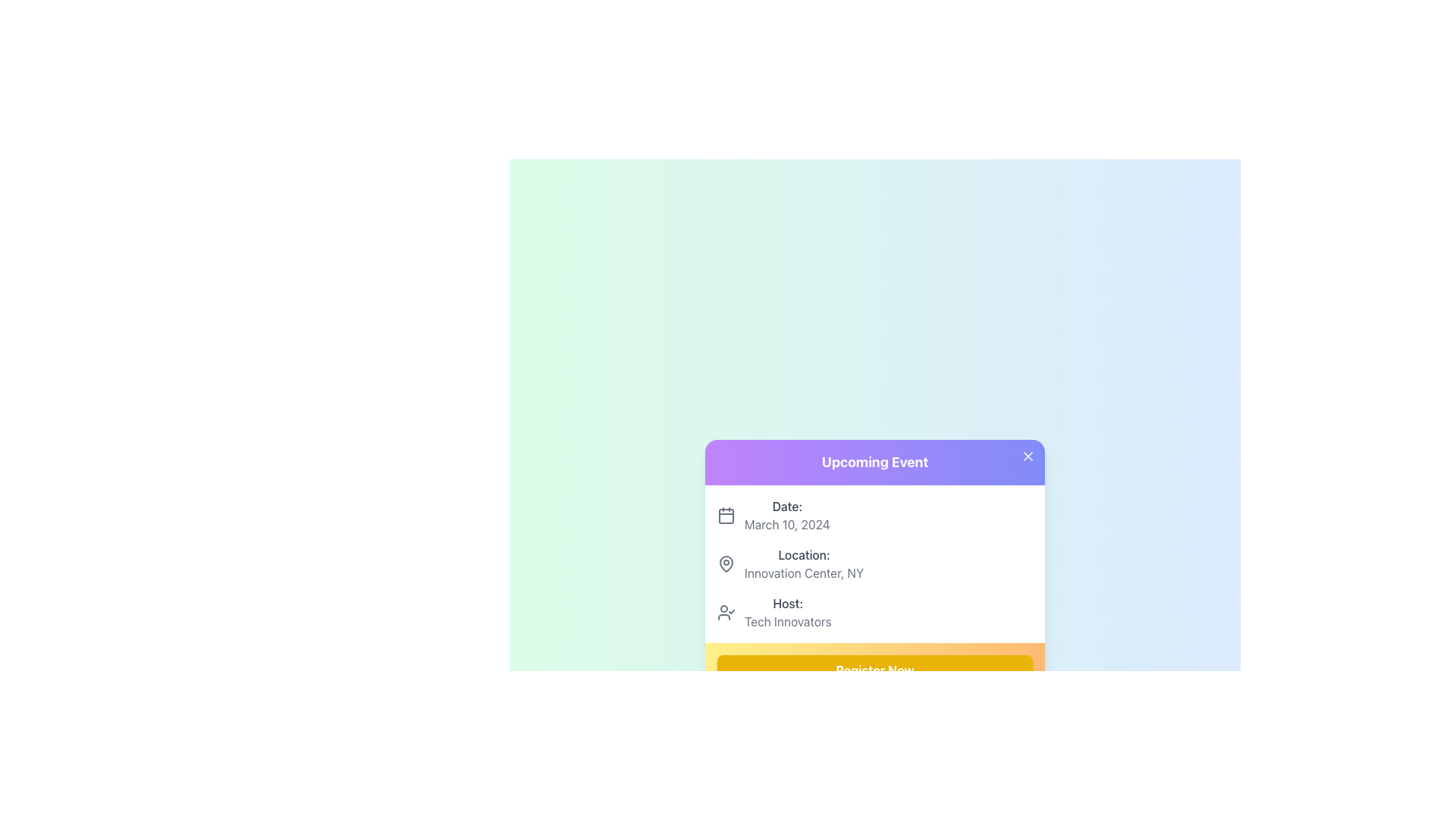 Image resolution: width=1456 pixels, height=819 pixels. What do you see at coordinates (787, 523) in the screenshot?
I see `date text element located to the right of the label 'Date:' within the event details card` at bounding box center [787, 523].